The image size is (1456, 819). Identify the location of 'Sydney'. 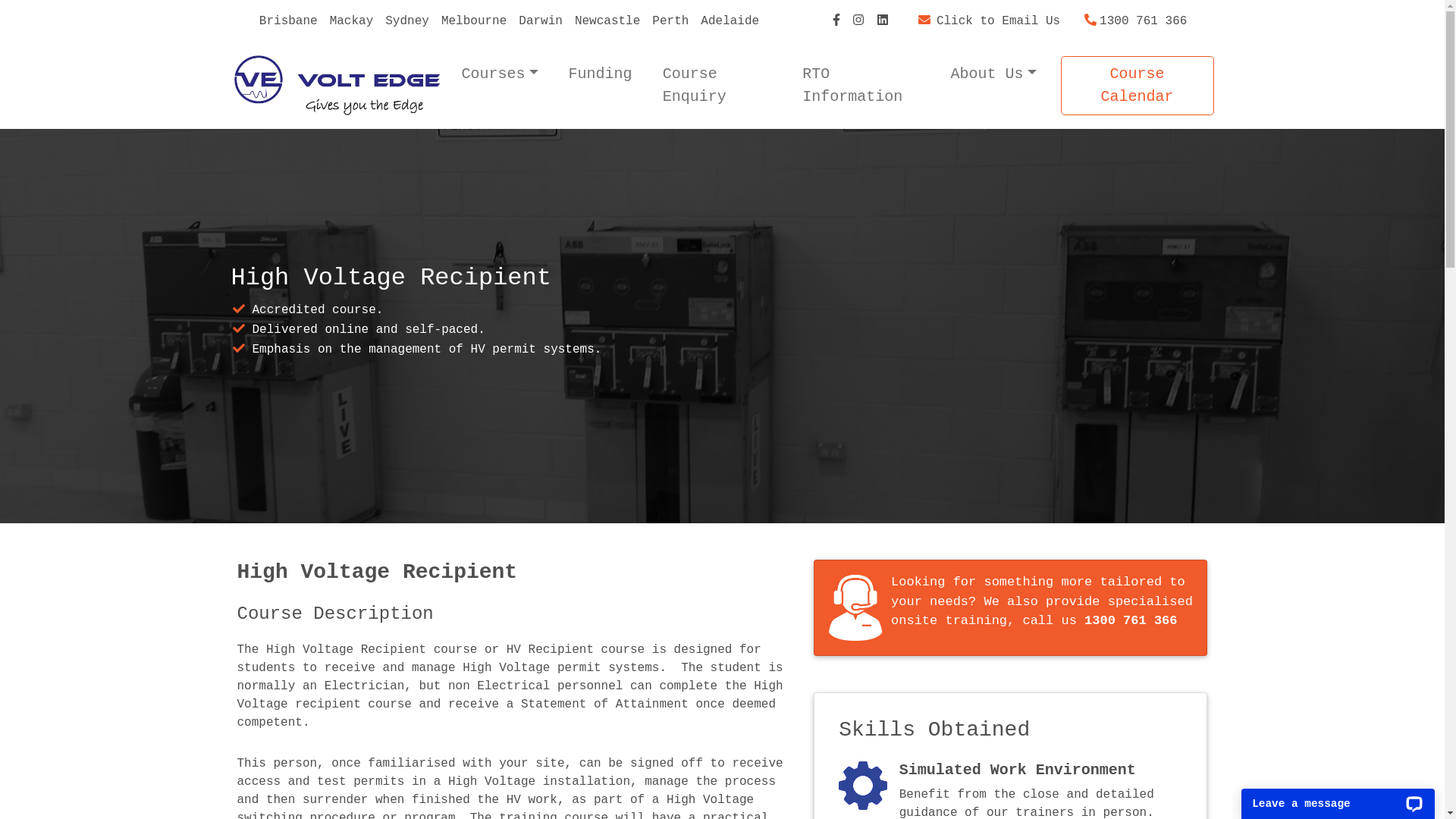
(378, 20).